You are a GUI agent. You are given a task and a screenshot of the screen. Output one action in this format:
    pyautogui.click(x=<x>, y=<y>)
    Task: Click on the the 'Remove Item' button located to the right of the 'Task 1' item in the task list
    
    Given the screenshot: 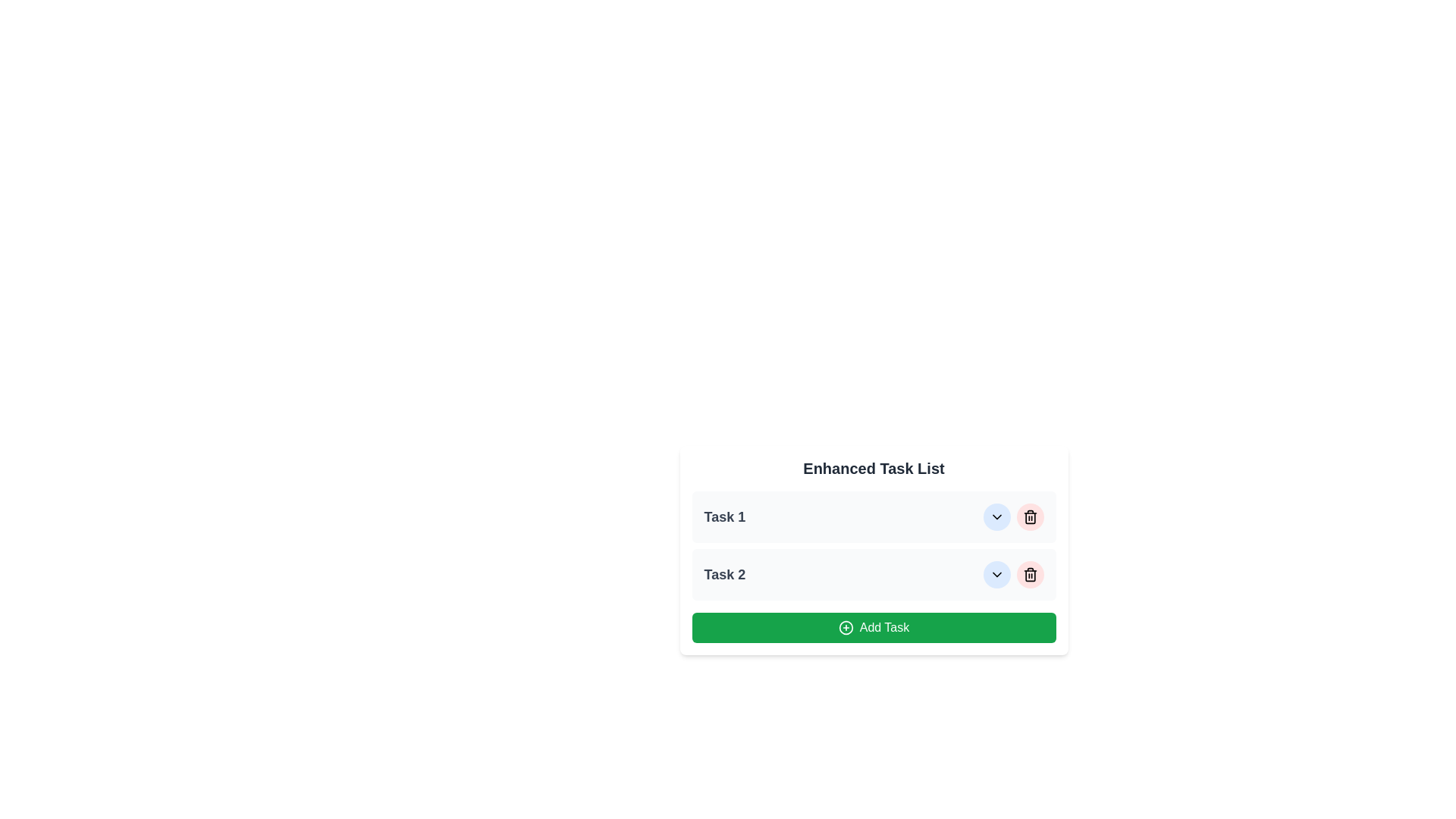 What is the action you would take?
    pyautogui.click(x=1030, y=516)
    